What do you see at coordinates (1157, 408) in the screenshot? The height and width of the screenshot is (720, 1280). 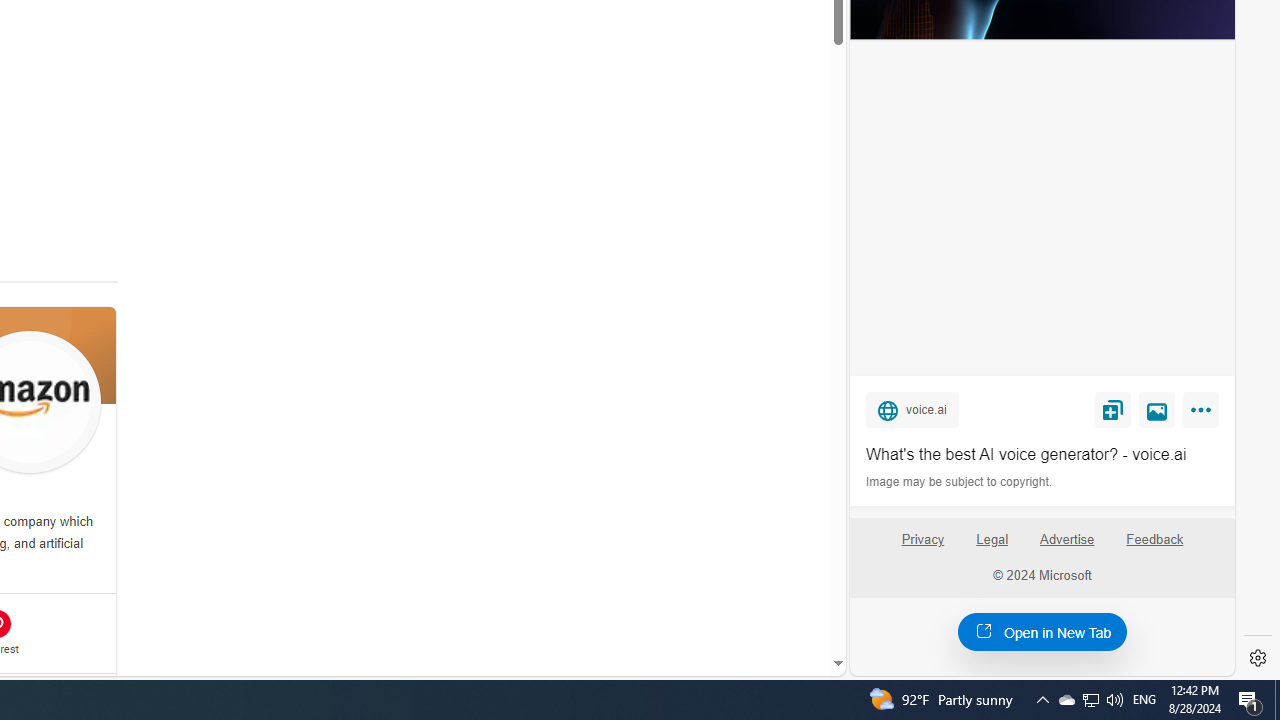 I see `'View image'` at bounding box center [1157, 408].